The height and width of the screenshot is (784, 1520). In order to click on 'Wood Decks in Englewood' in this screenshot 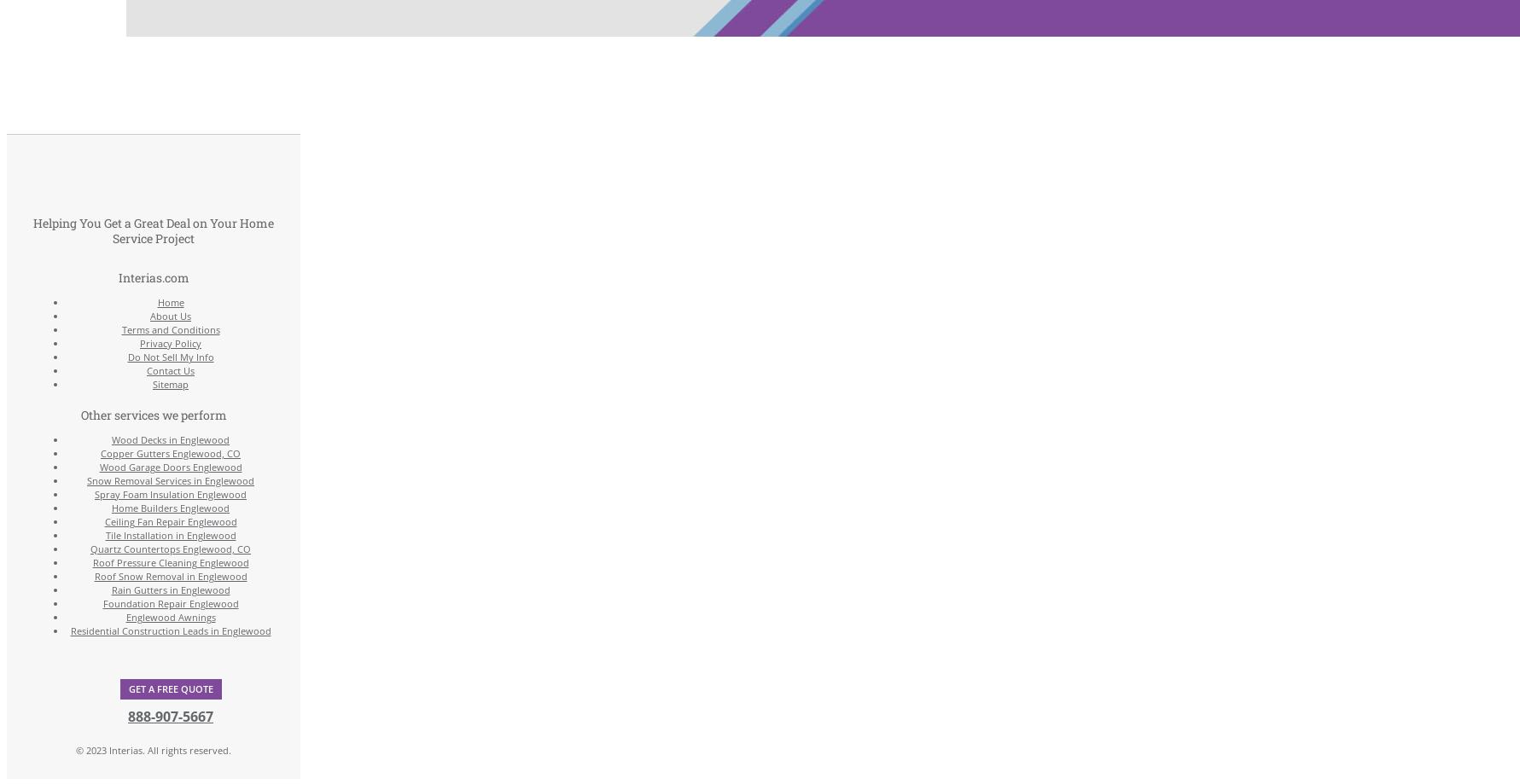, I will do `click(171, 438)`.